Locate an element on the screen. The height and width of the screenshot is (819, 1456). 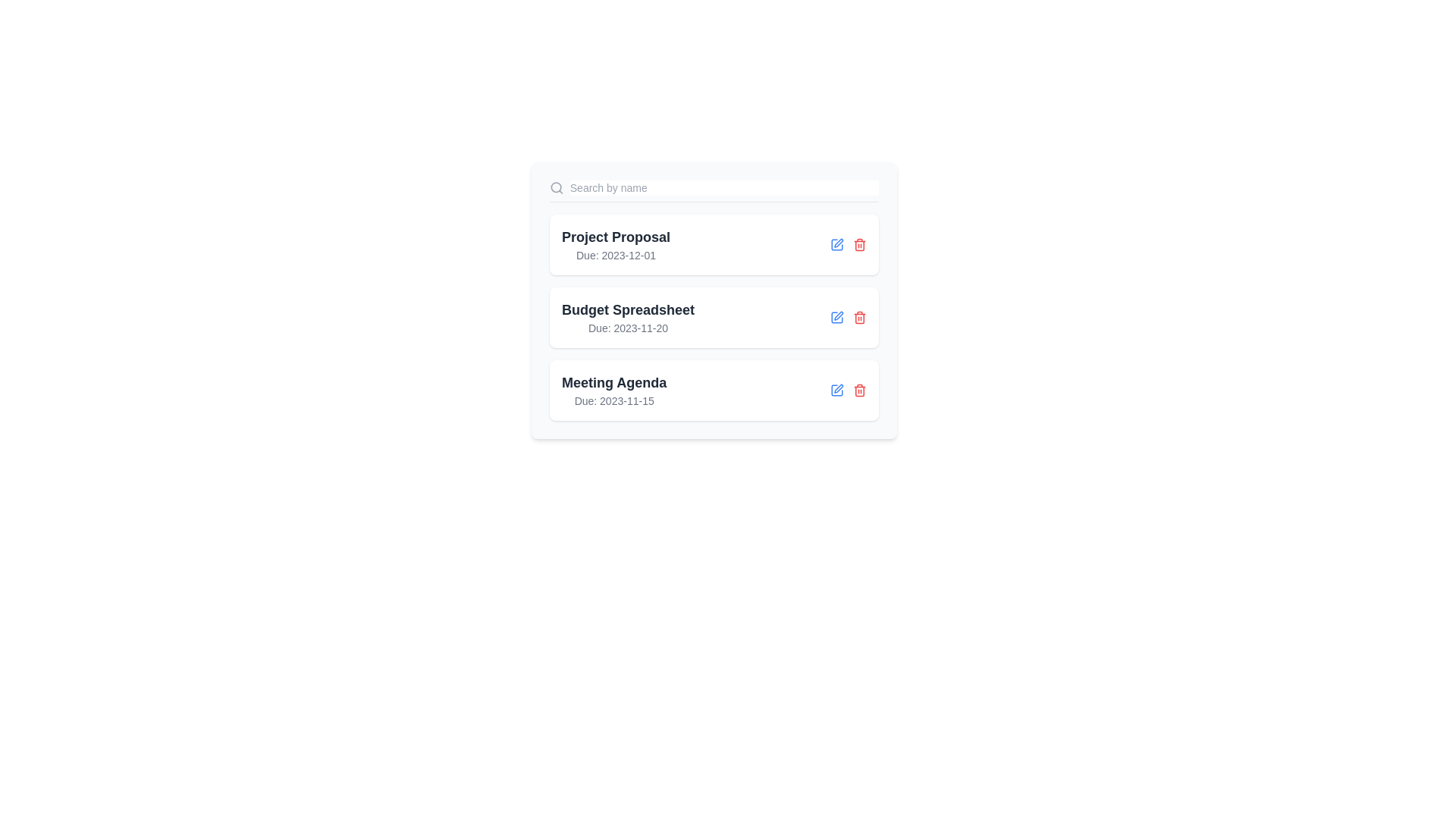
the edit icon for the item named Meeting Agenda is located at coordinates (836, 390).